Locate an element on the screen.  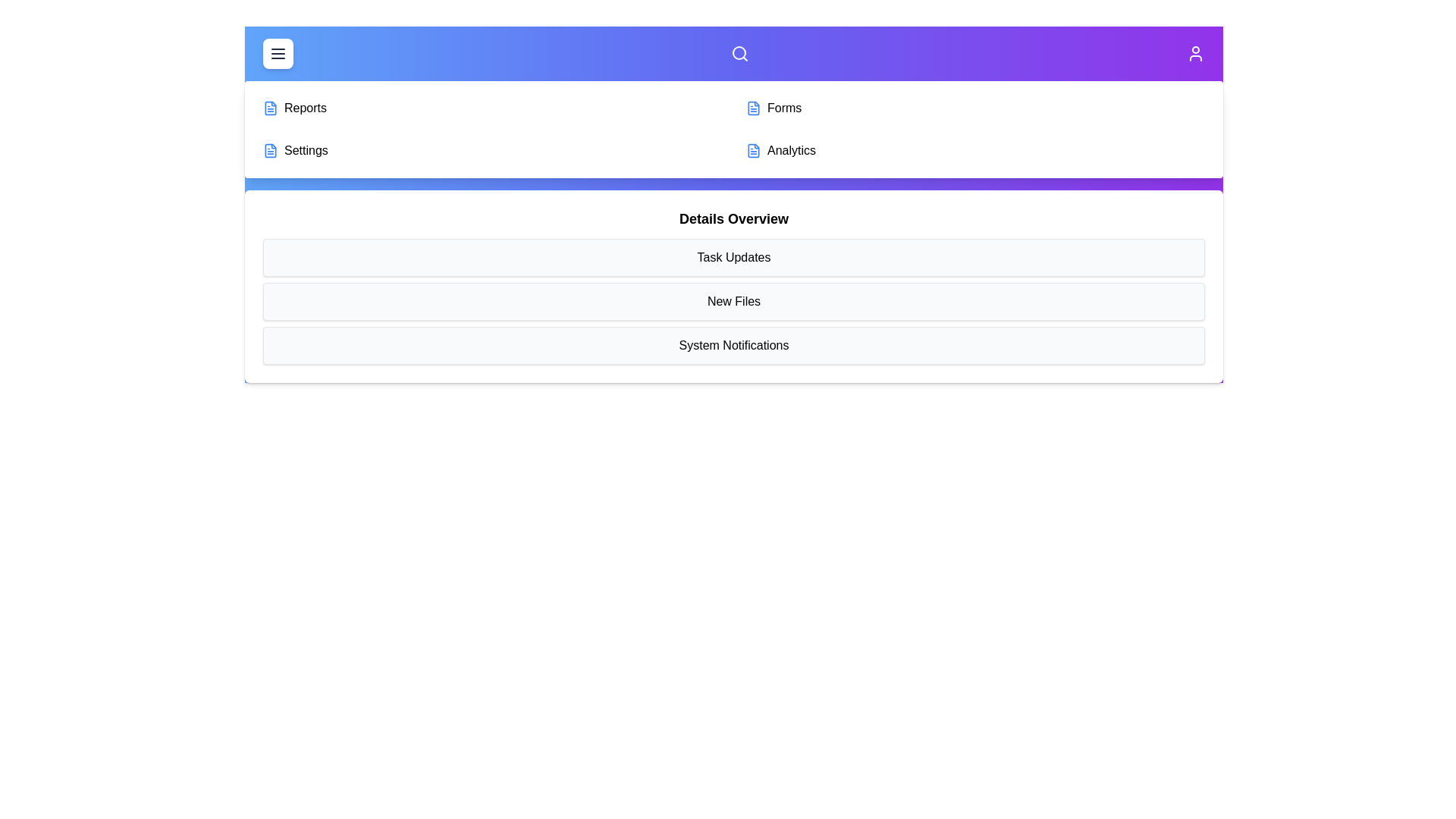
the menu item Settings from the available options is located at coordinates (492, 151).